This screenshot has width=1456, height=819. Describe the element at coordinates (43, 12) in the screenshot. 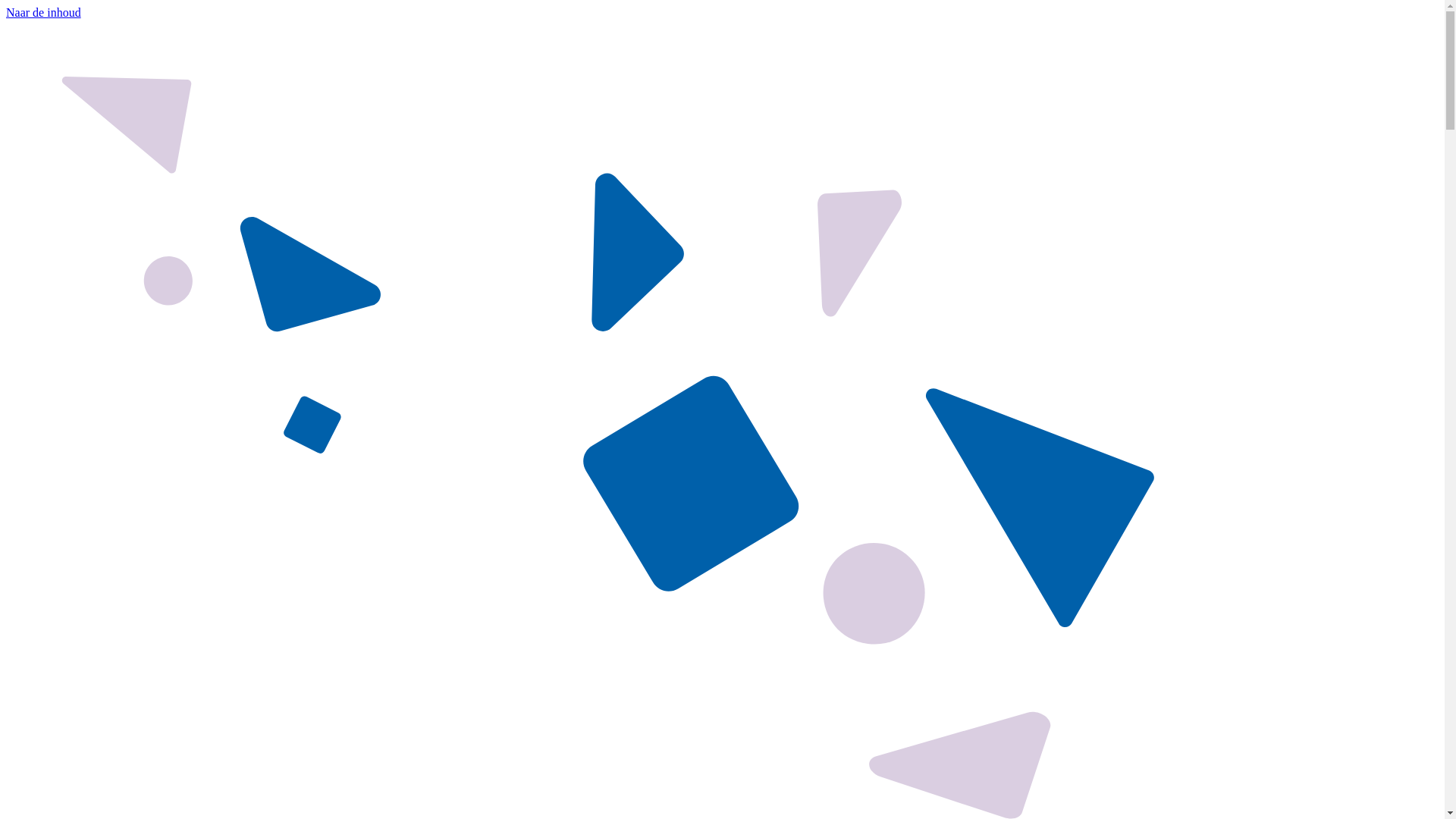

I see `'Naar de inhoud'` at that location.